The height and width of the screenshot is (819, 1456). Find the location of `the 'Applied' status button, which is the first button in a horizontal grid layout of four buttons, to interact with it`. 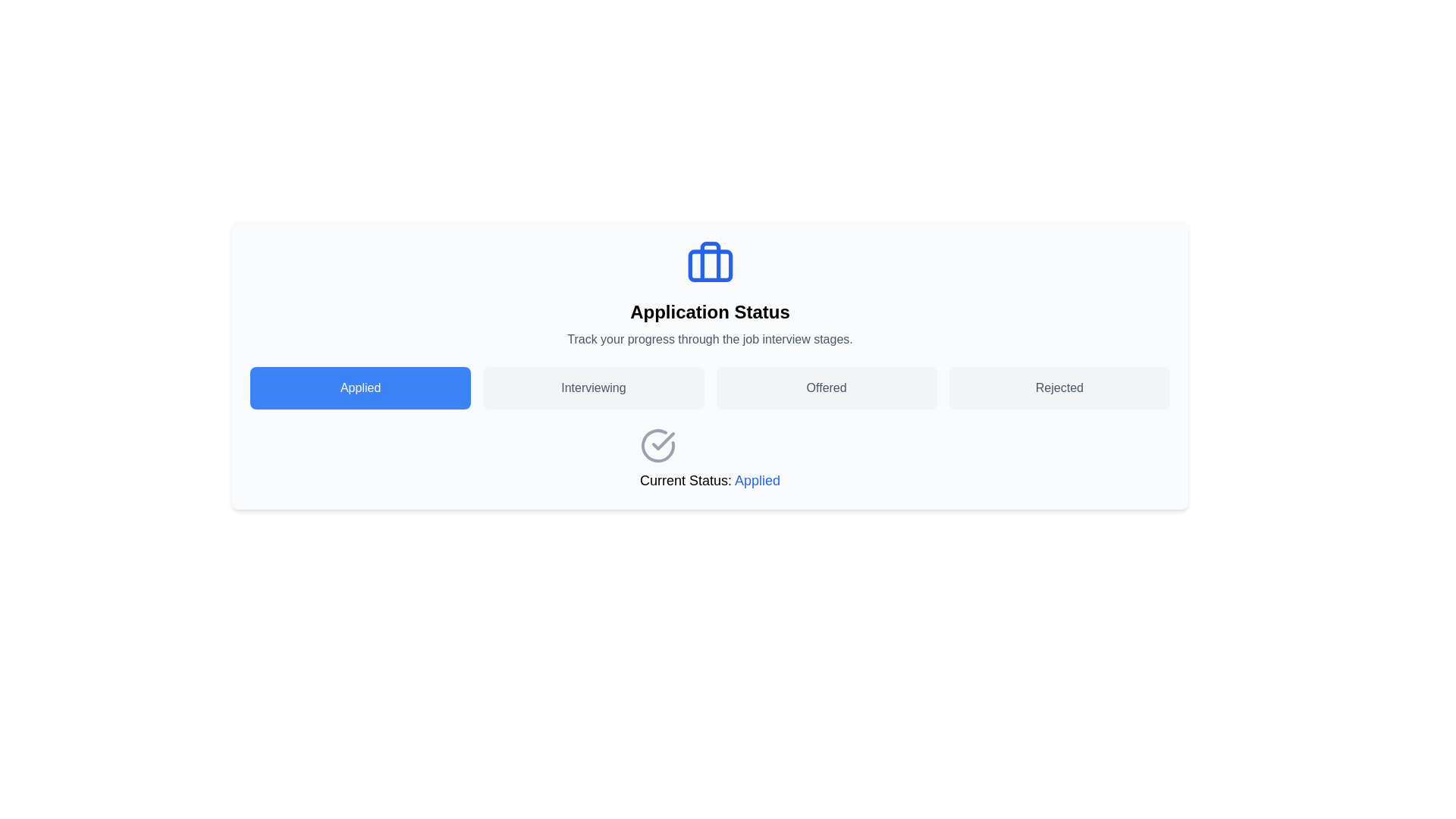

the 'Applied' status button, which is the first button in a horizontal grid layout of four buttons, to interact with it is located at coordinates (359, 388).